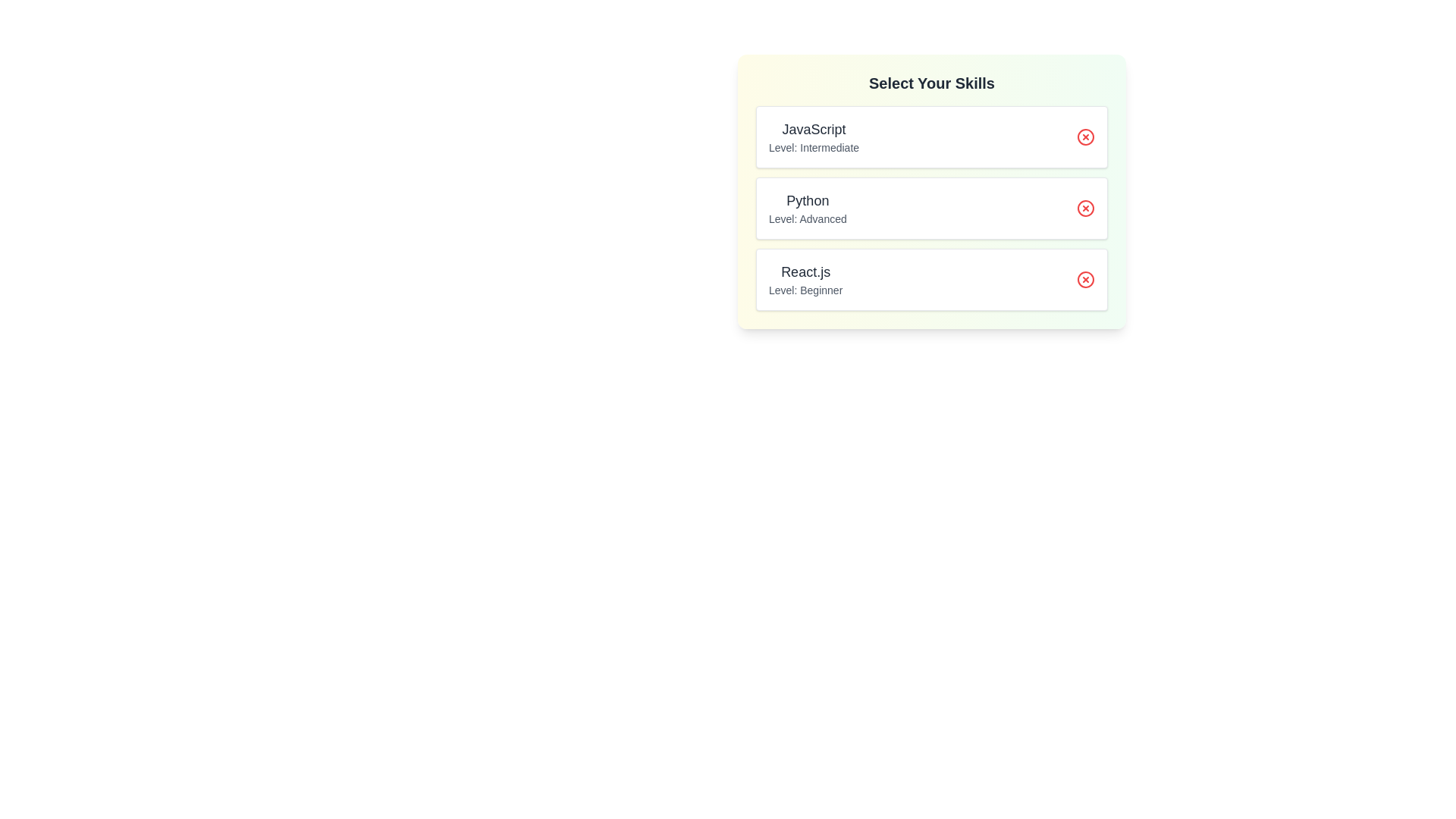 Image resolution: width=1456 pixels, height=819 pixels. I want to click on remove button for the skill 'JavaScript', so click(1084, 137).